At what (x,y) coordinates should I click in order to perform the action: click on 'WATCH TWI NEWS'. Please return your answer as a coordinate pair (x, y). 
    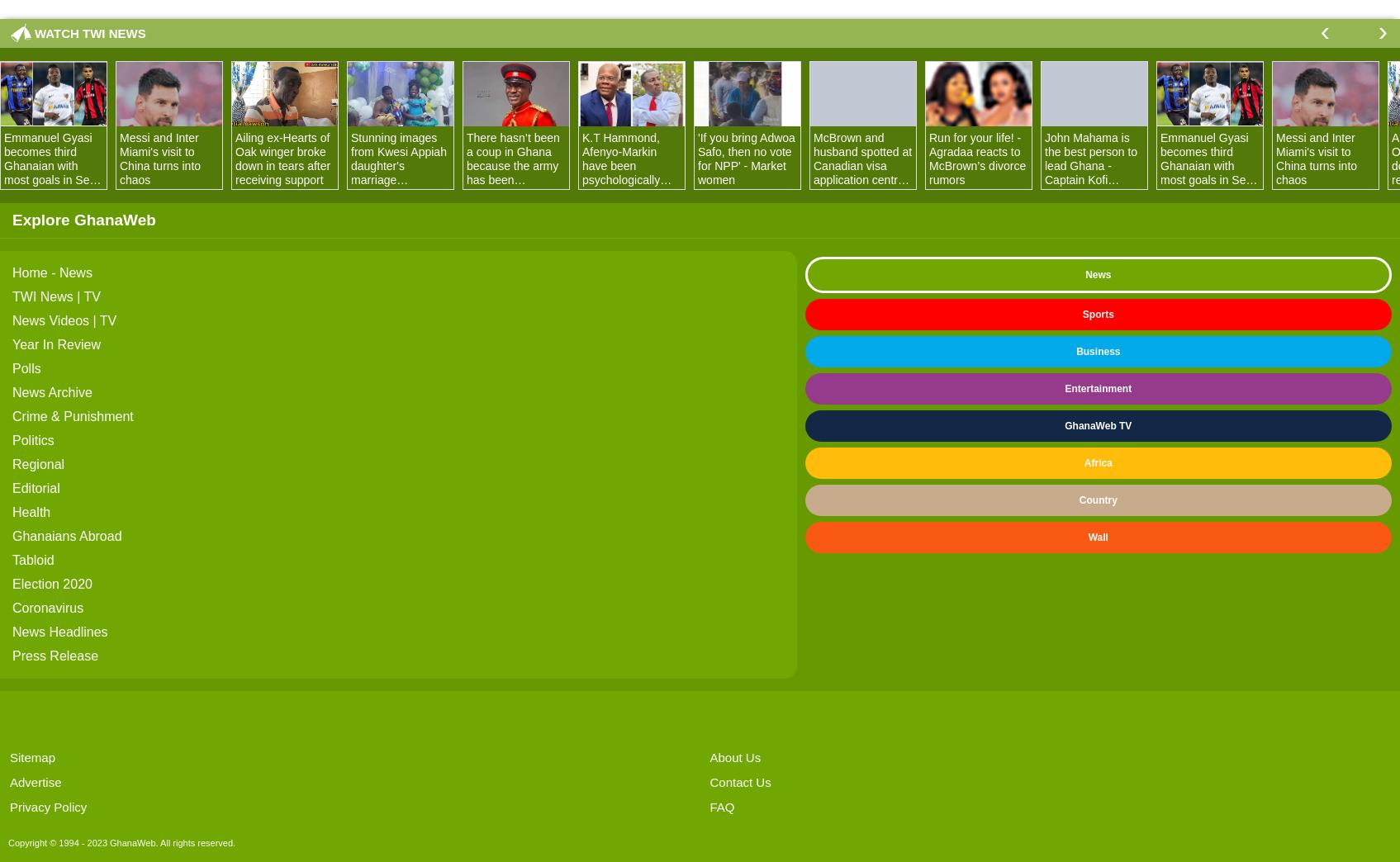
    Looking at the image, I should click on (88, 32).